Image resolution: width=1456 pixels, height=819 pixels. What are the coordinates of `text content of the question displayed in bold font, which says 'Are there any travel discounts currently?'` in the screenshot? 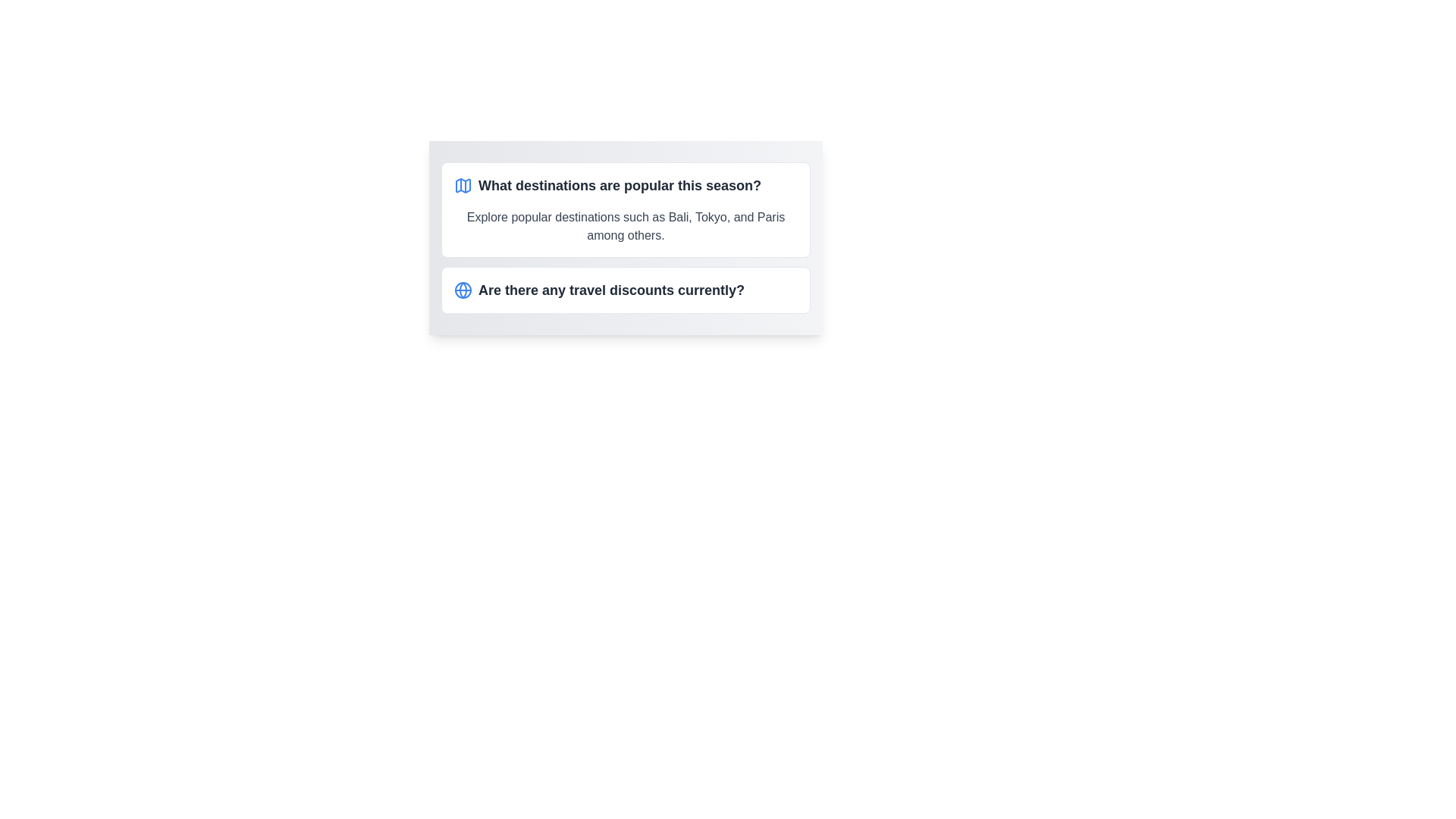 It's located at (611, 290).